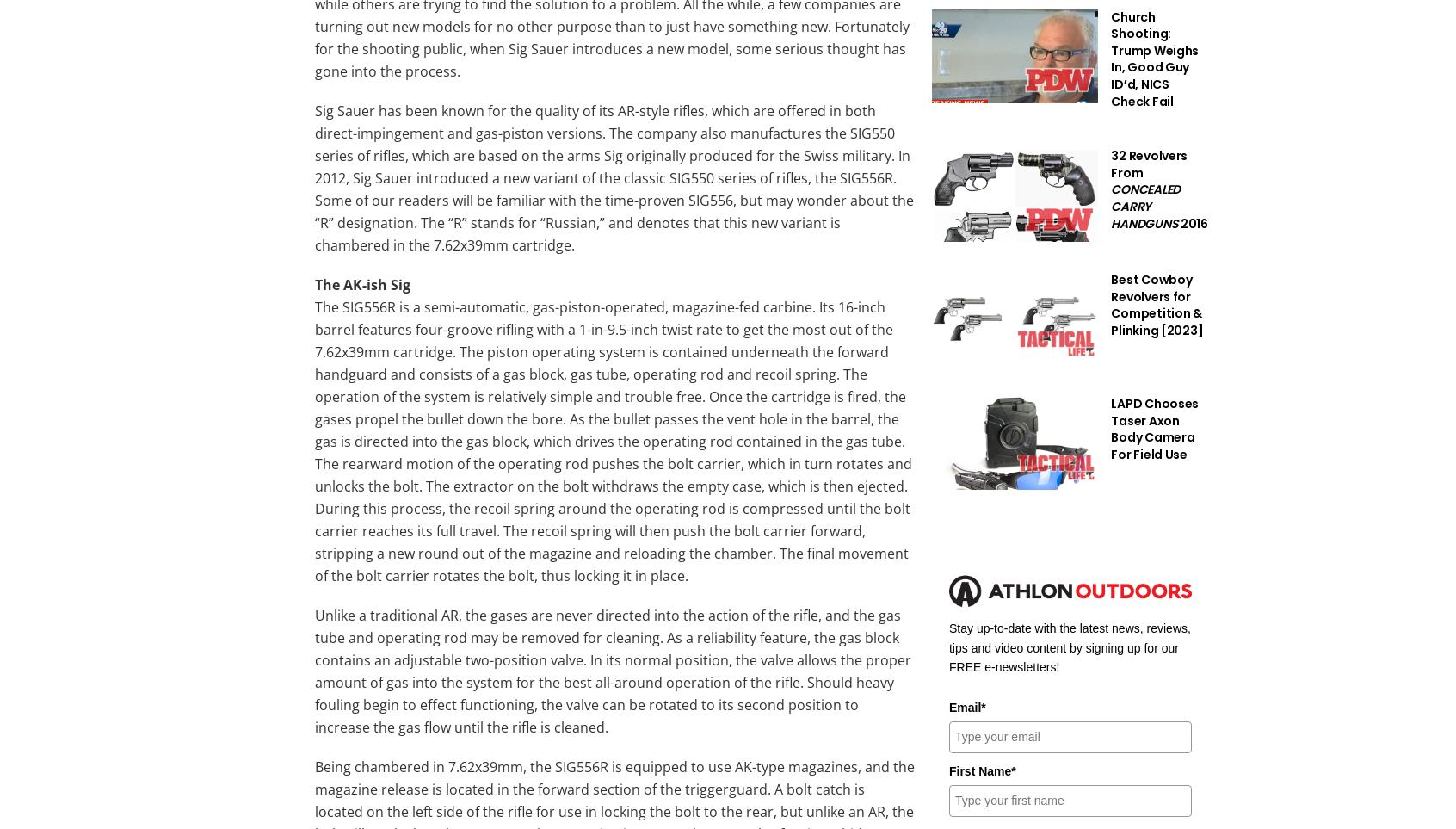 The width and height of the screenshot is (1456, 829). Describe the element at coordinates (314, 441) in the screenshot. I see `'The SIG556R is a semi-automatic, gas-piston-operated, magazine-fed carbine. Its 16-inch barrel features four-groove rifling with a 1-in-9.5-inch twist rate to get the most out of the 7.62x39mm cartridge. The piston operating system is contained underneath the forward handguard and consists of a gas block, gas tube, operating rod and recoil spring. The operation of the system is relatively simple and trouble free. Once the cartridge is fired, the gases propel the bullet down the bore. As the bullet passes the vent hole in the barrel, the gas is directed into the gas block, which drives the operating rod contained in the gas tube. The rearward motion of the operating rod pushes the bolt carrier, which in turn rotates and unlocks the bolt. The extractor on the bolt withdraws the empty case, which is then ejected. During this process, the recoil spring around the operating rod is compressed until the bolt carrier reaches its full travel. The recoil spring will then push the bolt carrier forward, stripping a new round out of the magazine and reloading the chamber. The final movement of the bolt carrier rotates the bolt, thus locking it in place.'` at that location.